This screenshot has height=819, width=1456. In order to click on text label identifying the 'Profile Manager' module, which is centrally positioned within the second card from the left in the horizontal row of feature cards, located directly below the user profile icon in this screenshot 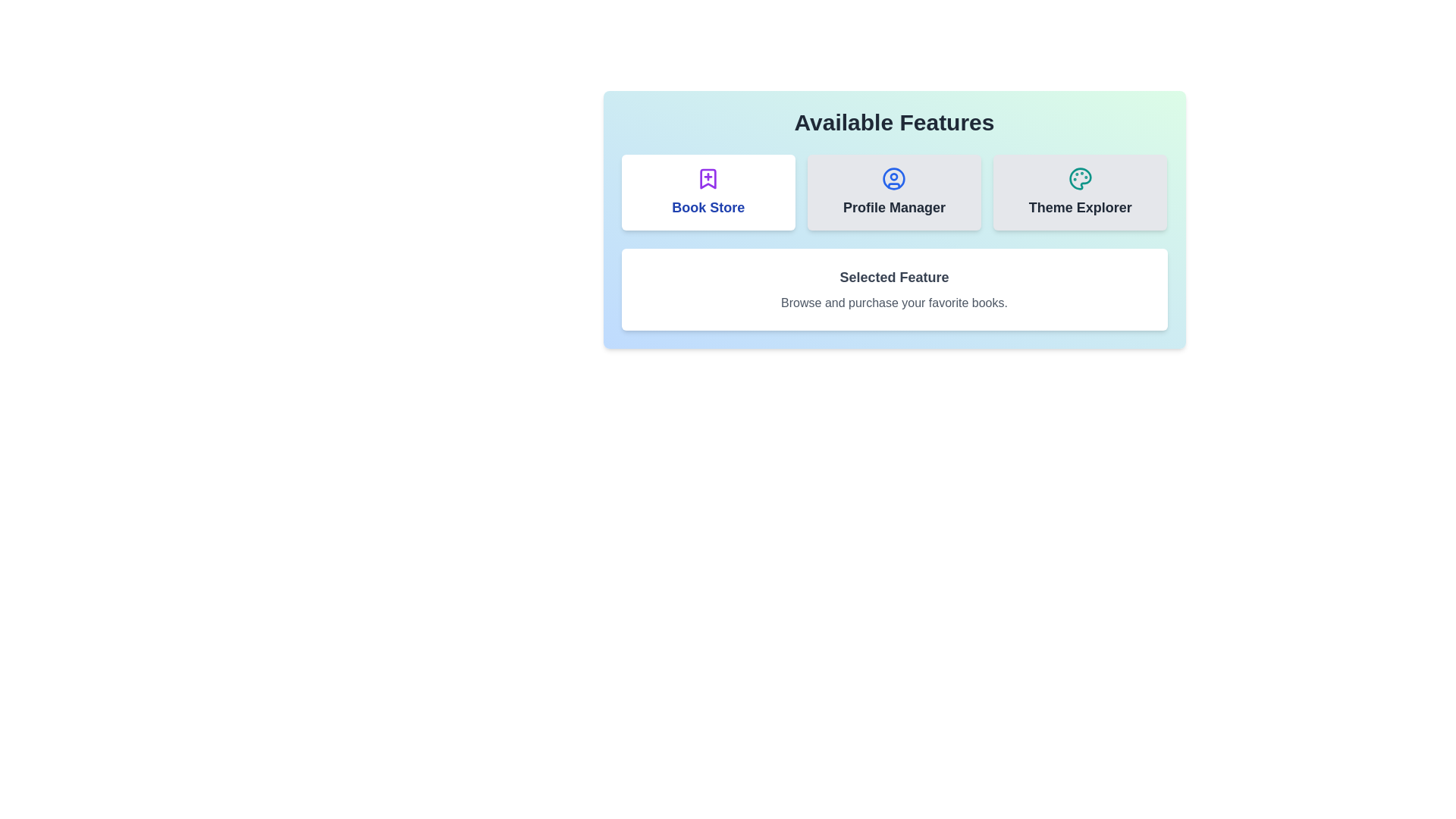, I will do `click(894, 207)`.